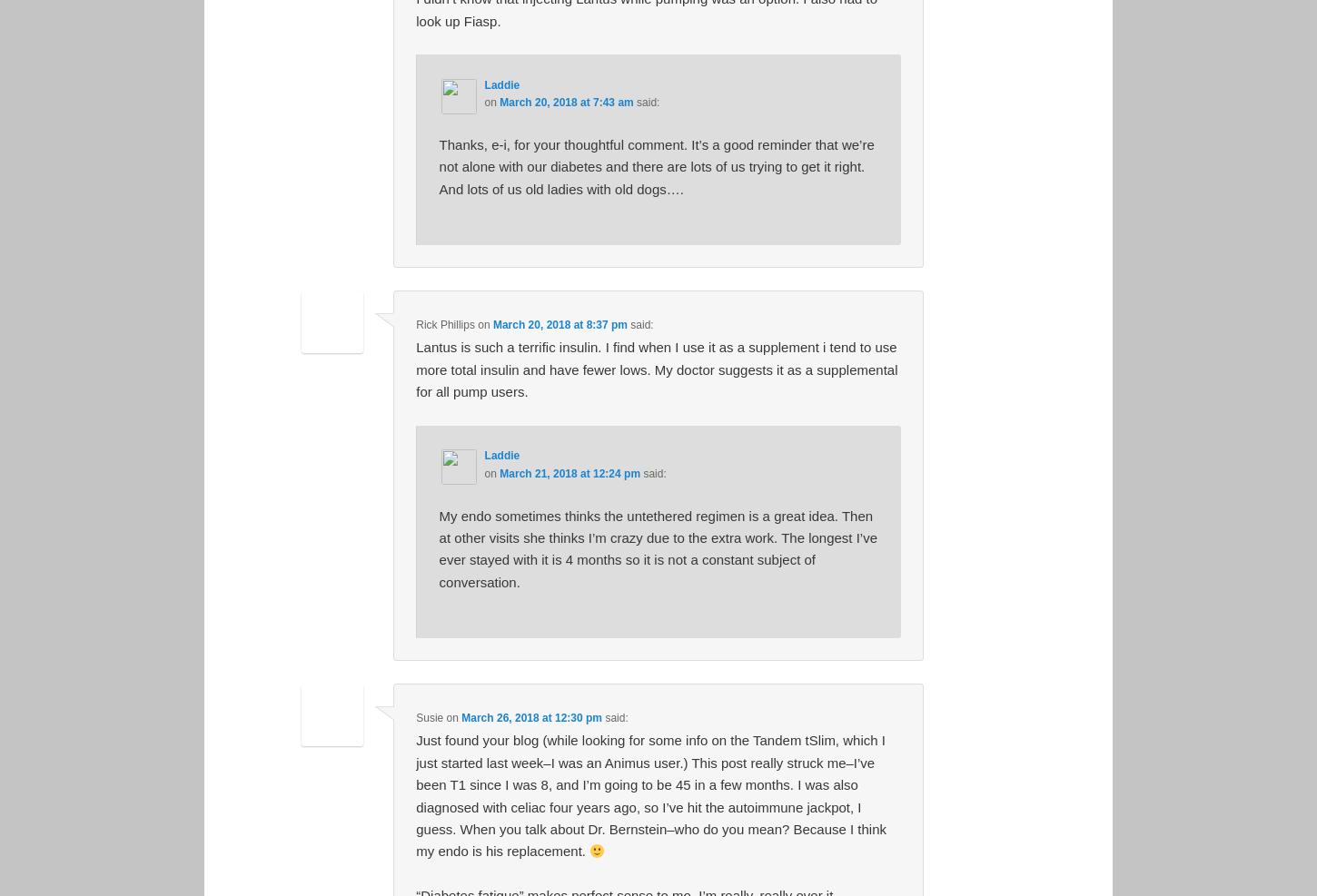 Image resolution: width=1317 pixels, height=896 pixels. I want to click on 'Thanks, e-i, for your thoughtful comment. It’s a good reminder that we’re not alone with our diabetes and there are lots of us trying to get it right. And lots of us old ladies with old dogs….', so click(655, 165).